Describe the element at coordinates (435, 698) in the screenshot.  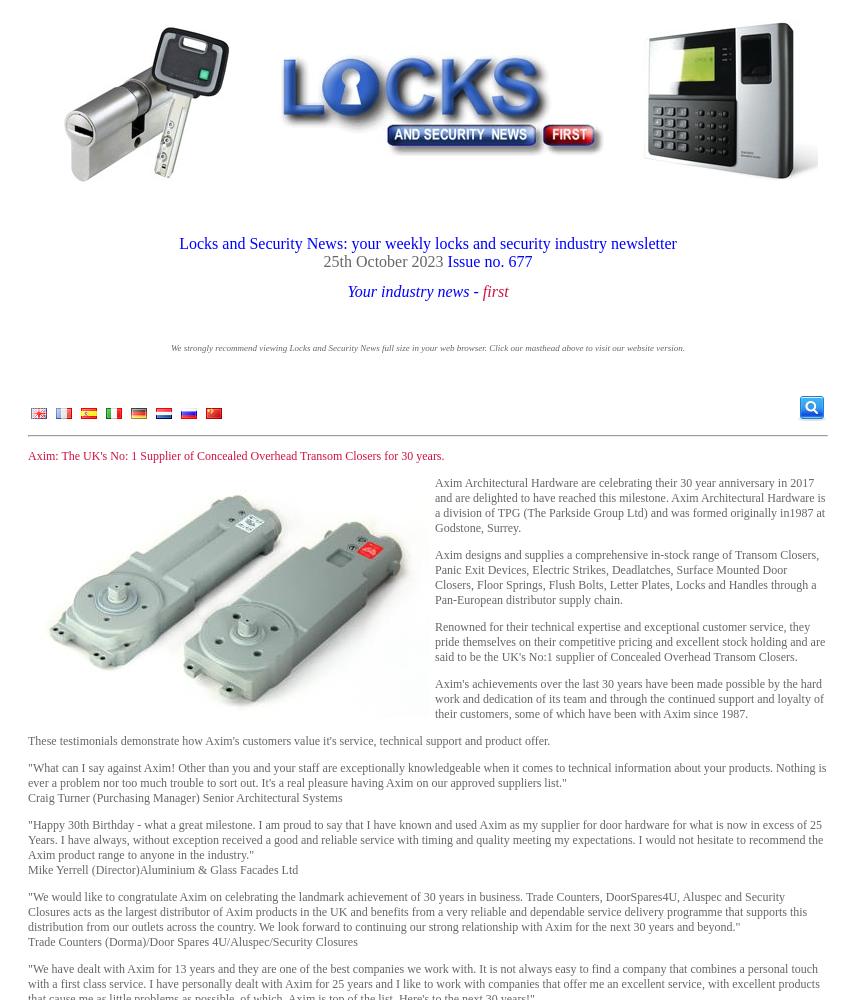
I see `'Axim's achievements over the last 30 years have been made possible by the hard work and dedication of its team and through the continued support and loyalty of their customers, some of which have been with Axim since 1987.'` at that location.